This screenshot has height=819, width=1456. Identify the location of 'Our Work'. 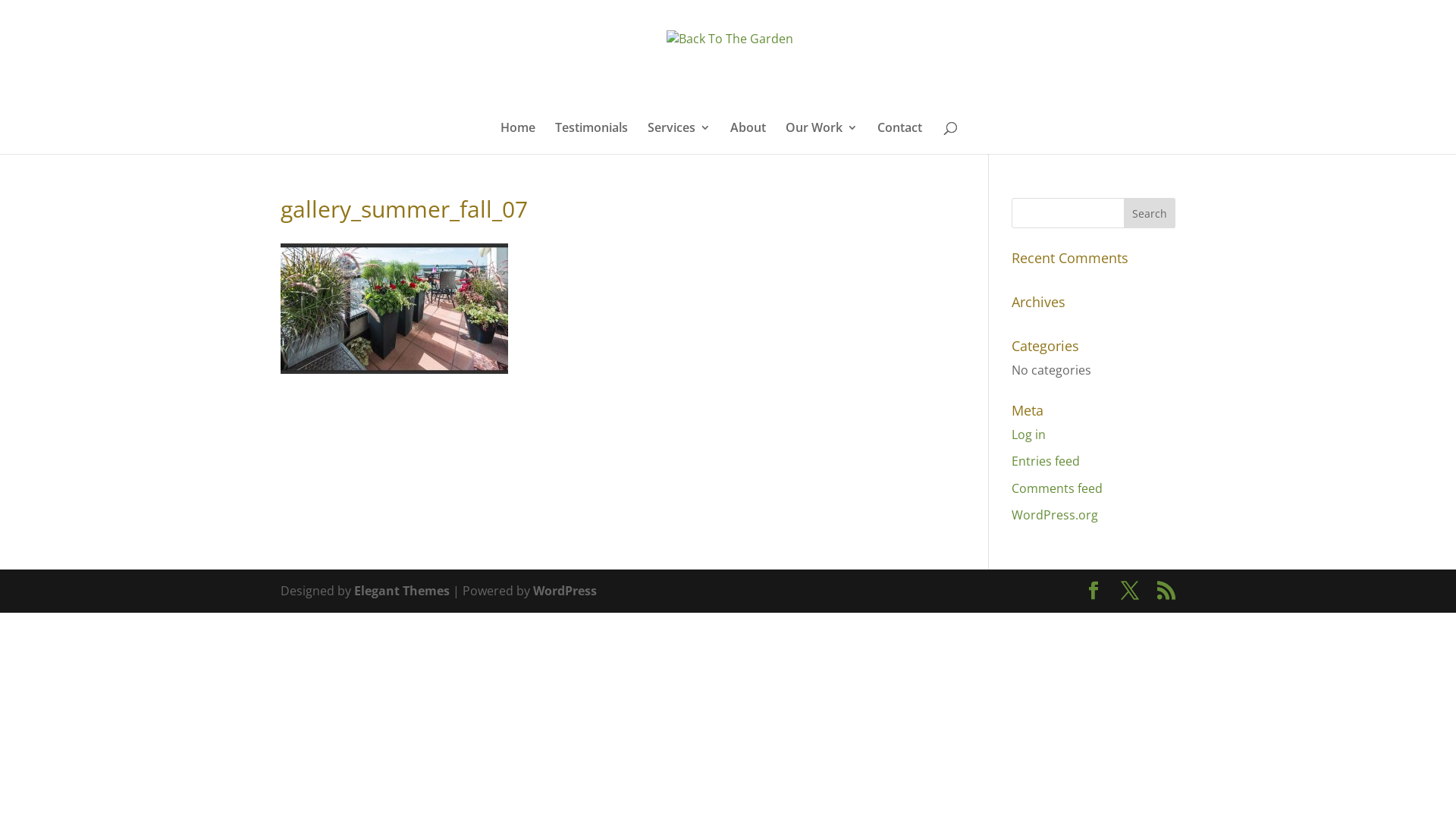
(821, 137).